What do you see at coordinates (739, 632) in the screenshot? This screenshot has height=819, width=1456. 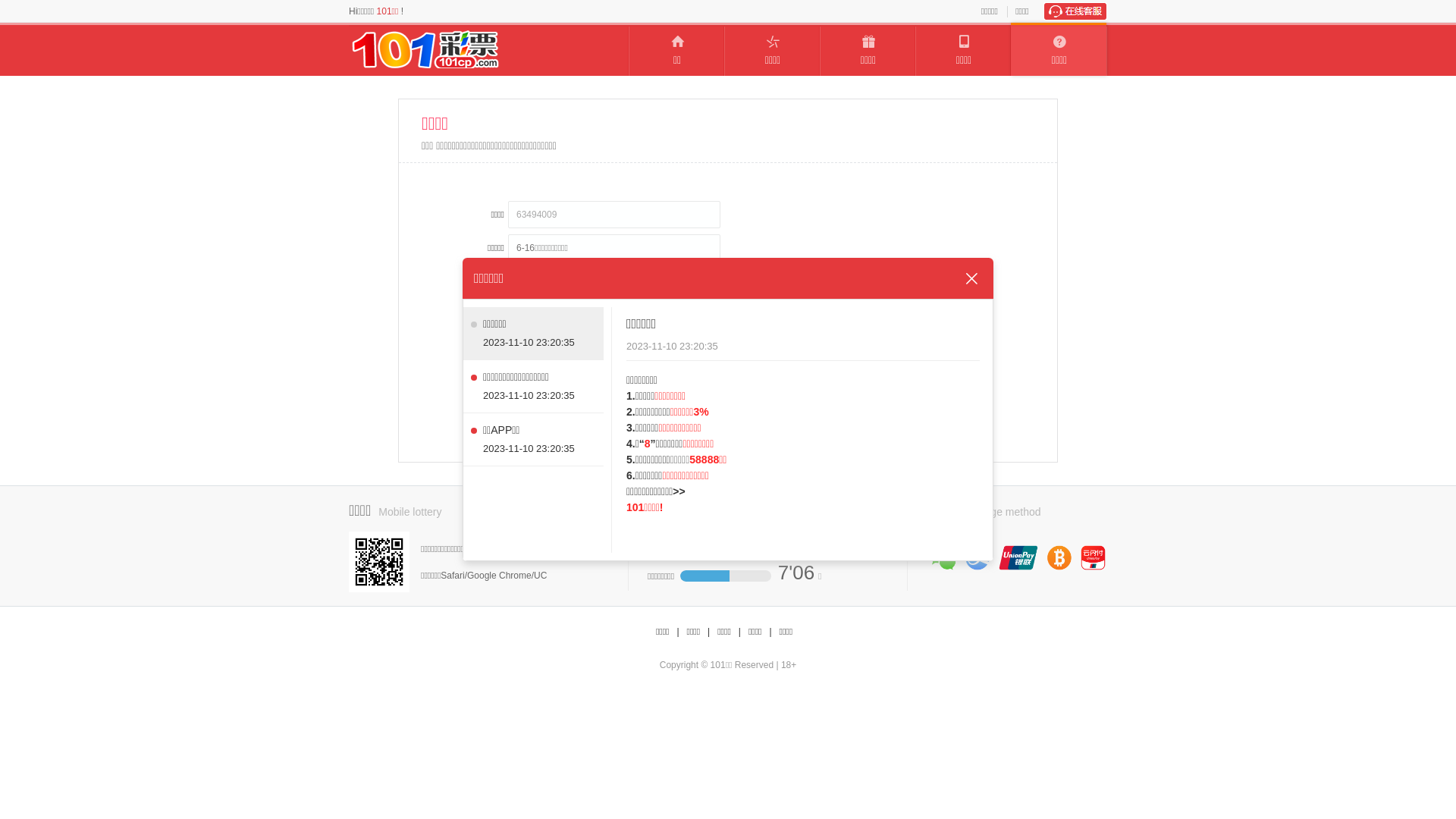 I see `'|'` at bounding box center [739, 632].